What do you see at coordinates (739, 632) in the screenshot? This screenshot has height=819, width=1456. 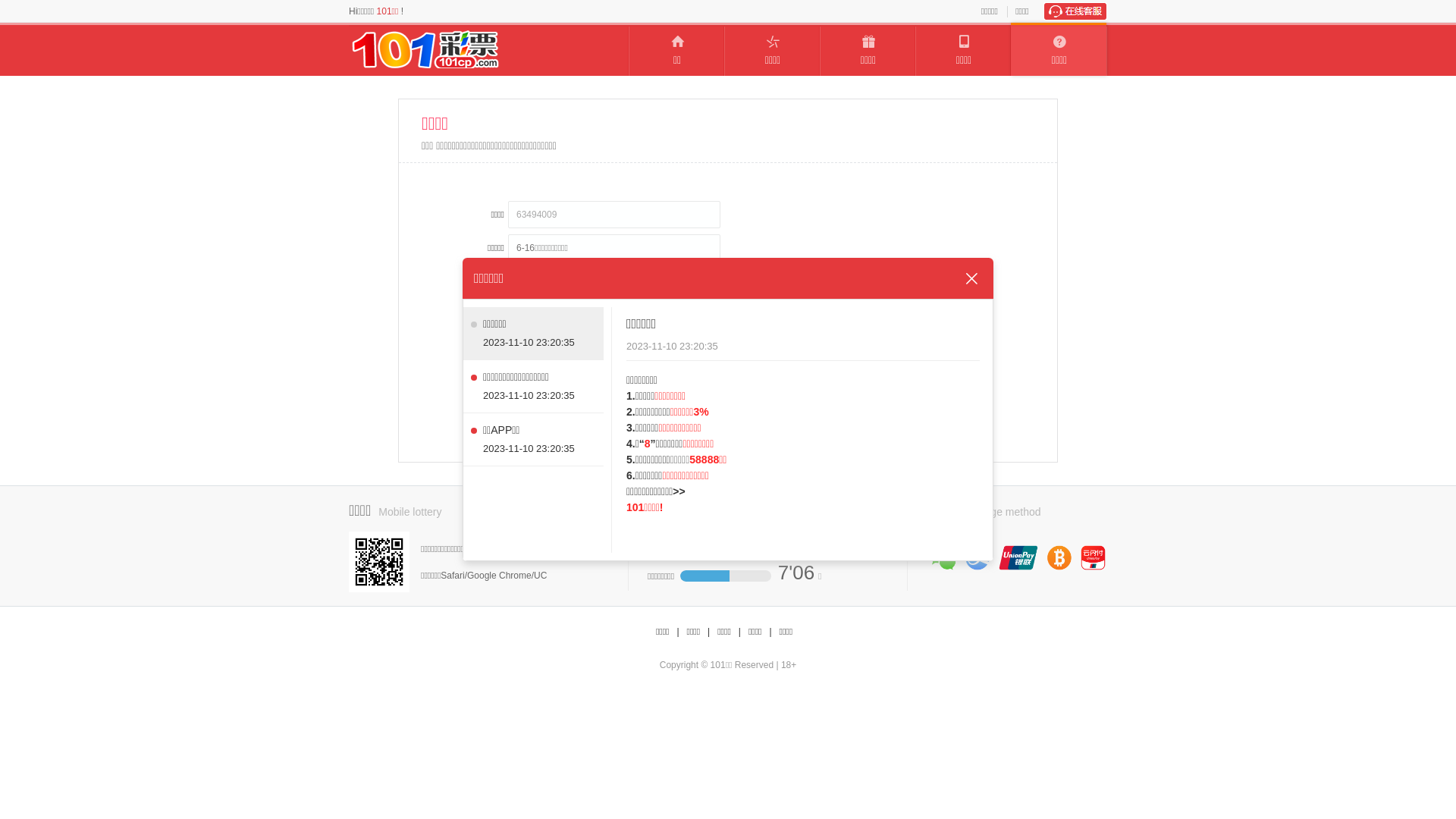 I see `'|'` at bounding box center [739, 632].